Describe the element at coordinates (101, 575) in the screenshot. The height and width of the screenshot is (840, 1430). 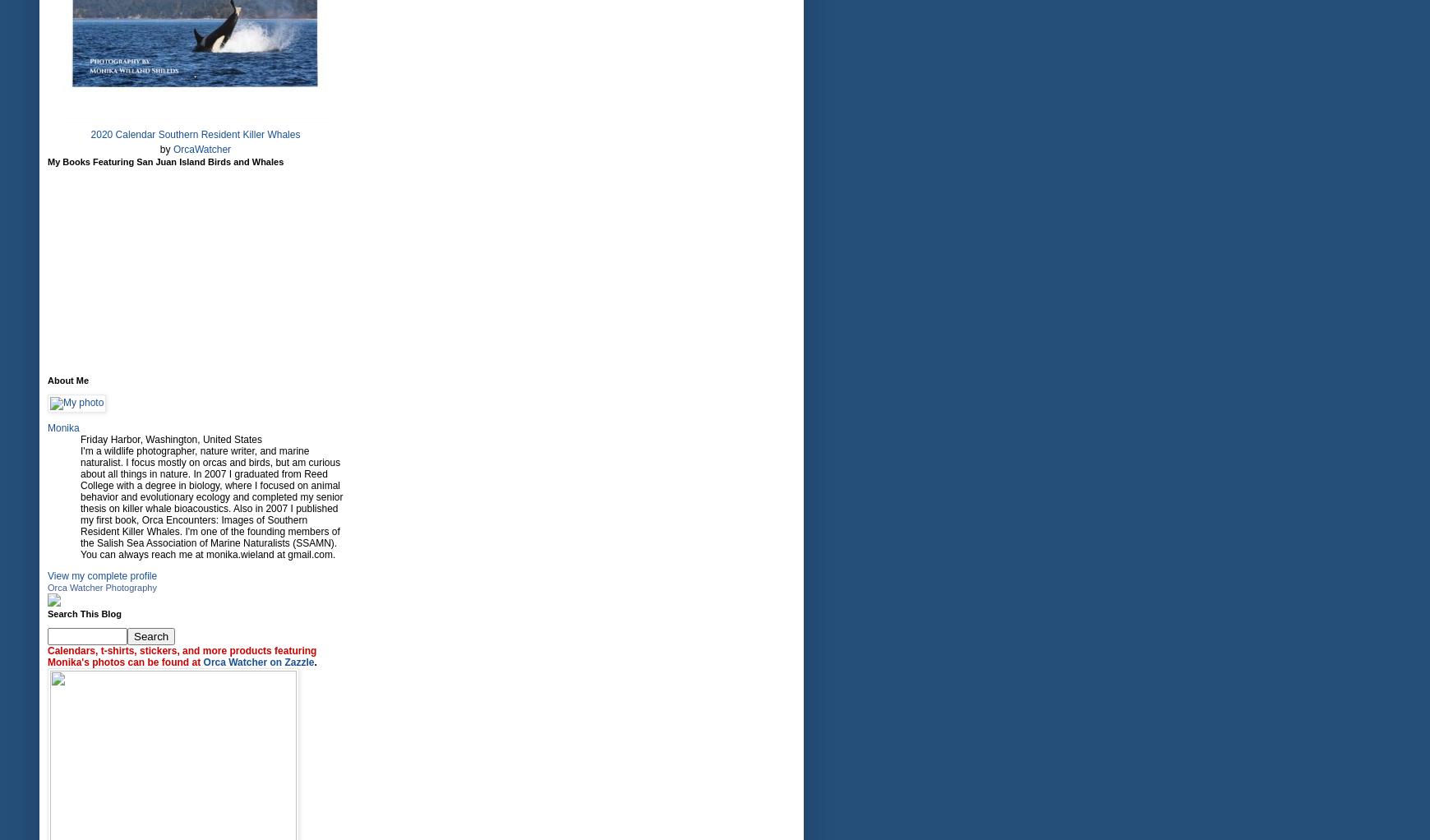
I see `'View my complete profile'` at that location.